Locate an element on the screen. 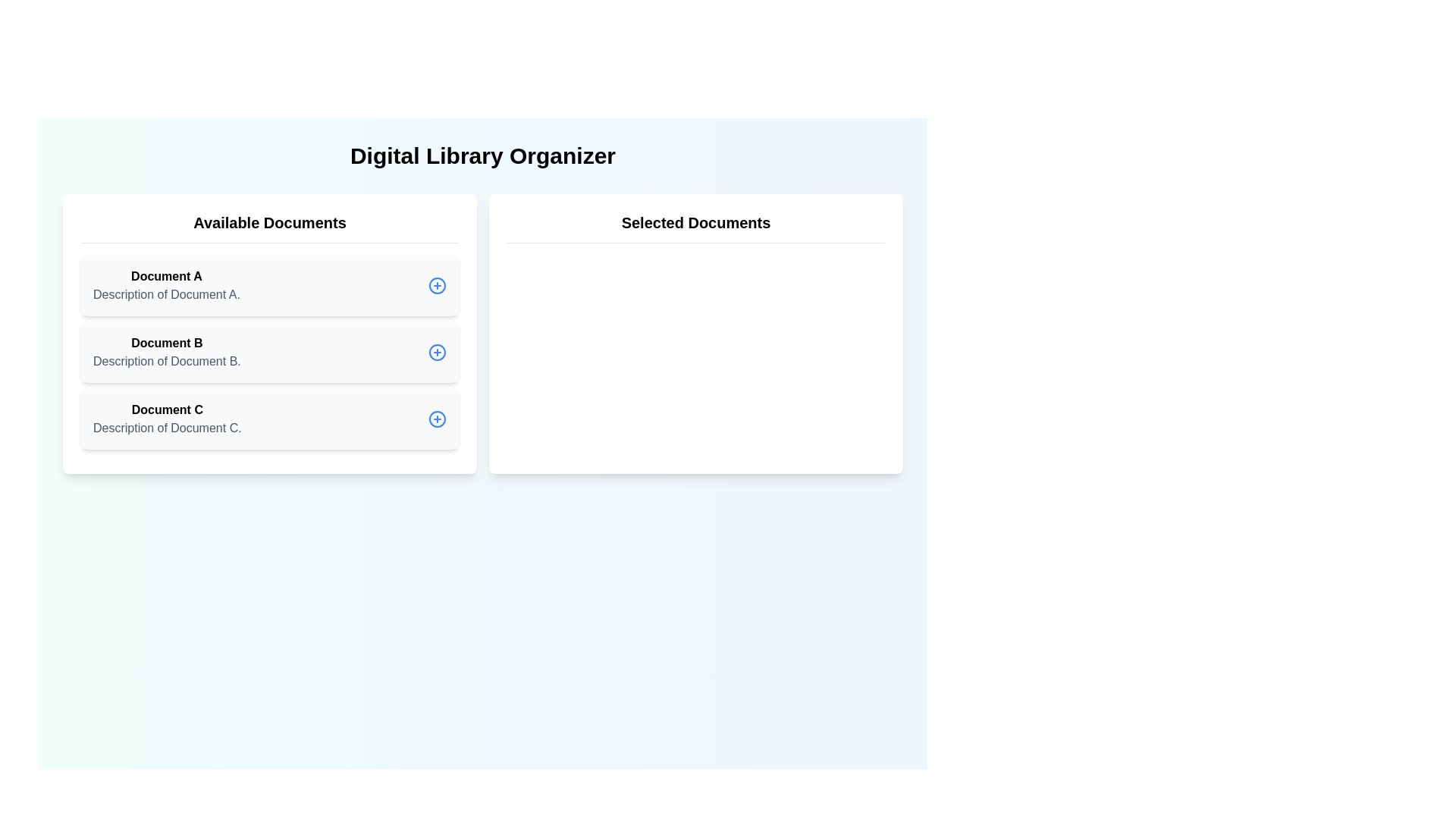  the 'Selected Documents' text label, which is styled with a bold font and underlined, serving as a header on the right side of the interface is located at coordinates (695, 227).